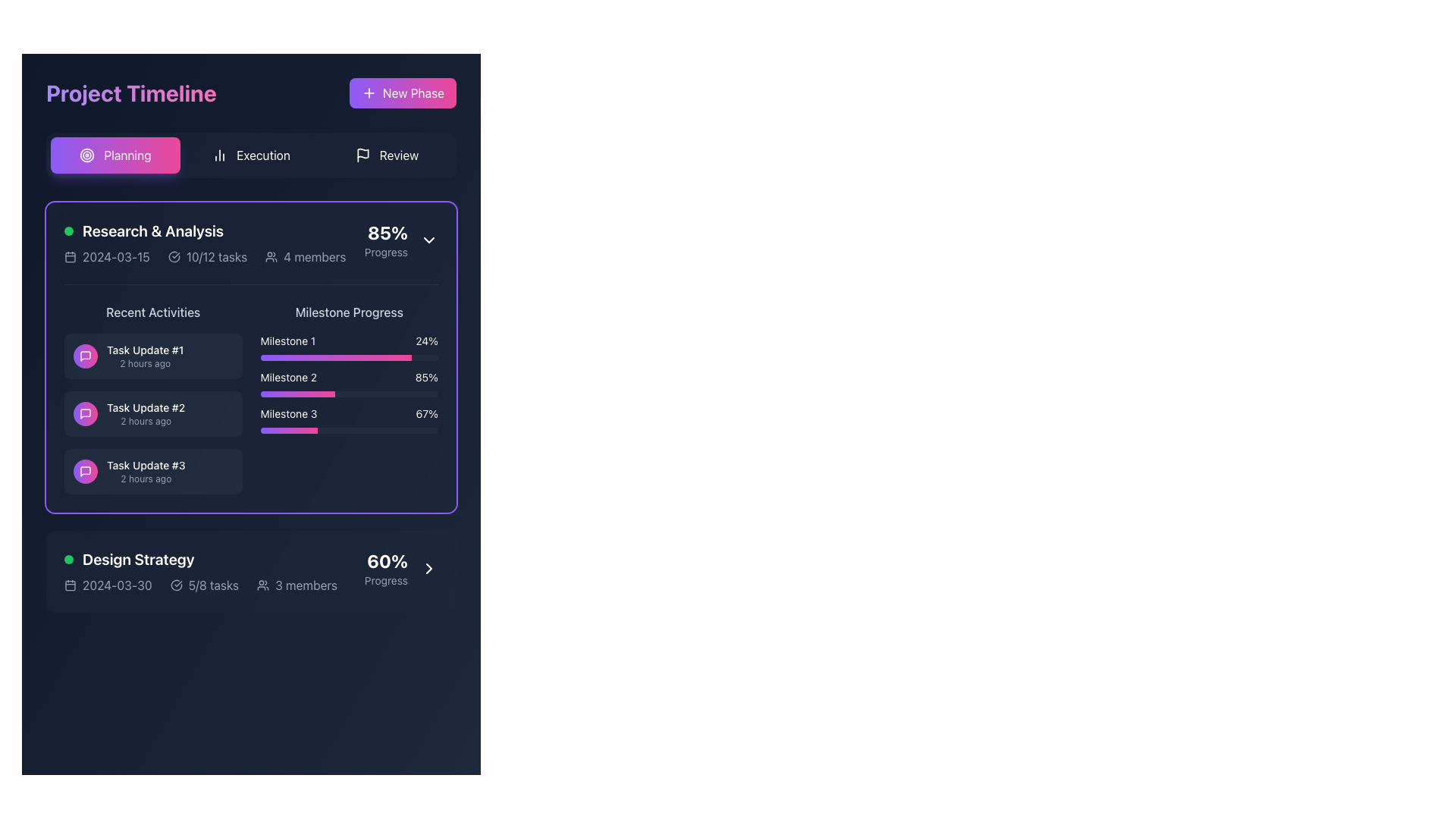 The image size is (1456, 819). What do you see at coordinates (348, 420) in the screenshot?
I see `the progress visually by focusing on the third milestone progress bar labeled 'Milestone 3', which shows a completion percentage of '67%' and is styled with a gradient from violet to pink` at bounding box center [348, 420].